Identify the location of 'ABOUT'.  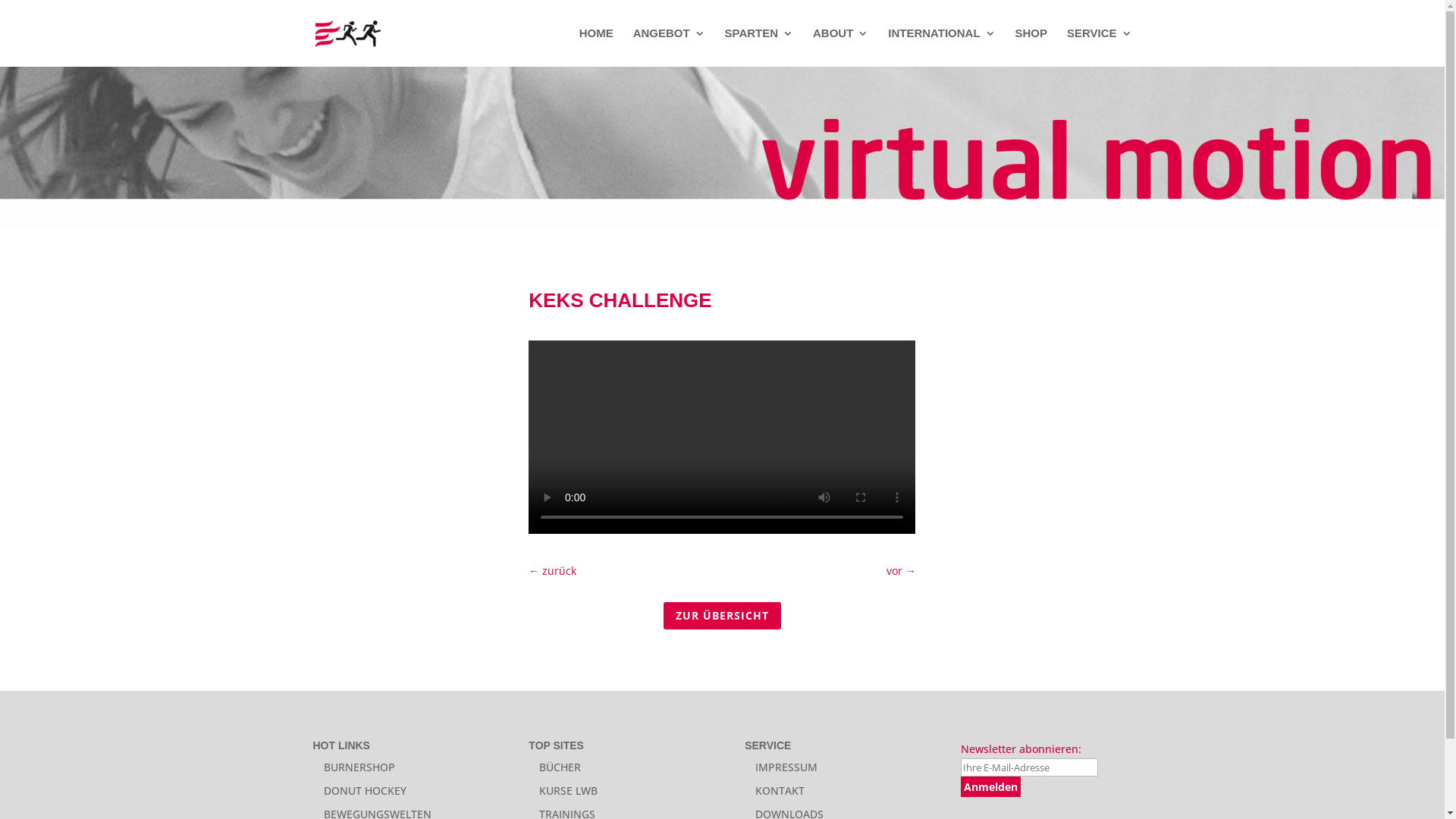
(839, 46).